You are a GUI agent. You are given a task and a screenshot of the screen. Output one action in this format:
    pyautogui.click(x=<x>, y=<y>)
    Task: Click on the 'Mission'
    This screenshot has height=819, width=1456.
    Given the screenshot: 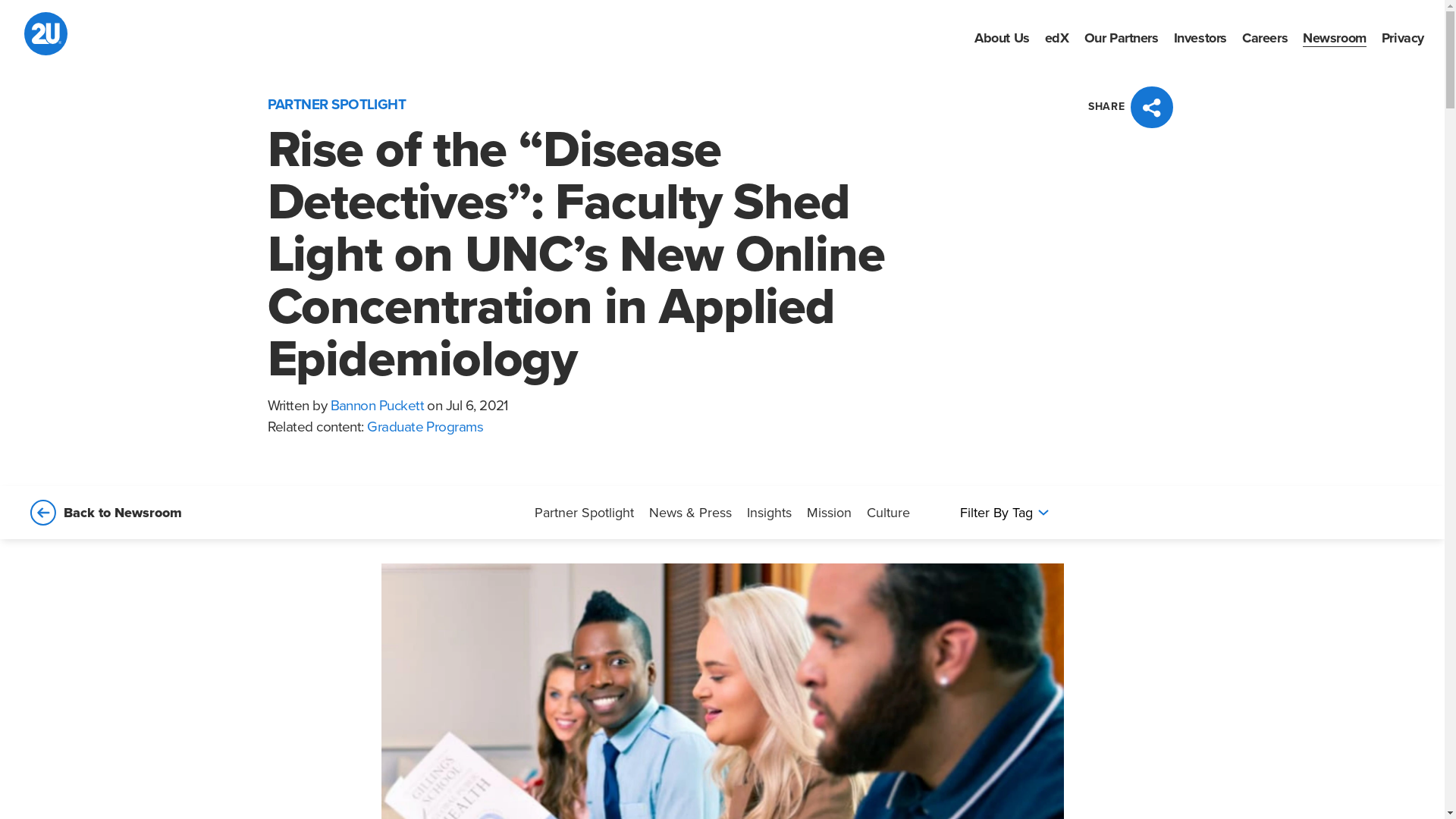 What is the action you would take?
    pyautogui.click(x=828, y=512)
    